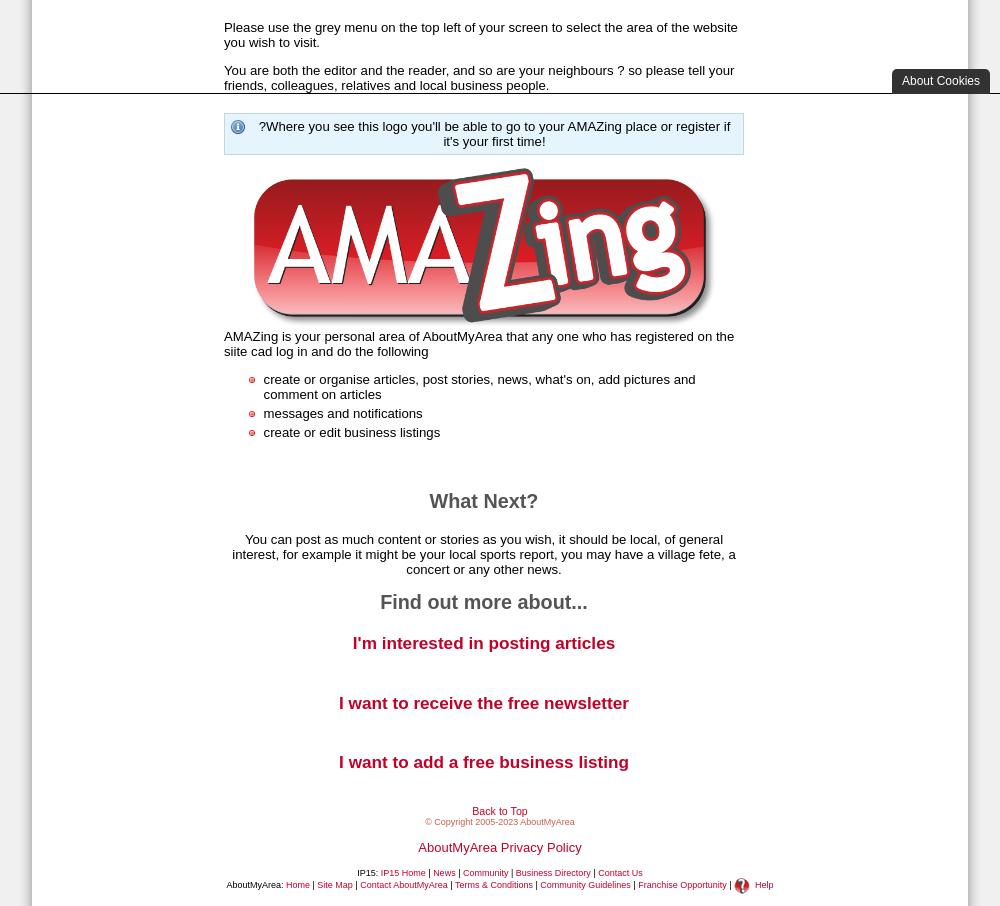 This screenshot has height=906, width=1000. What do you see at coordinates (493, 132) in the screenshot?
I see `'?Where you see this logo you'll be able to go to your AMAZing place or register if it's your first time!'` at bounding box center [493, 132].